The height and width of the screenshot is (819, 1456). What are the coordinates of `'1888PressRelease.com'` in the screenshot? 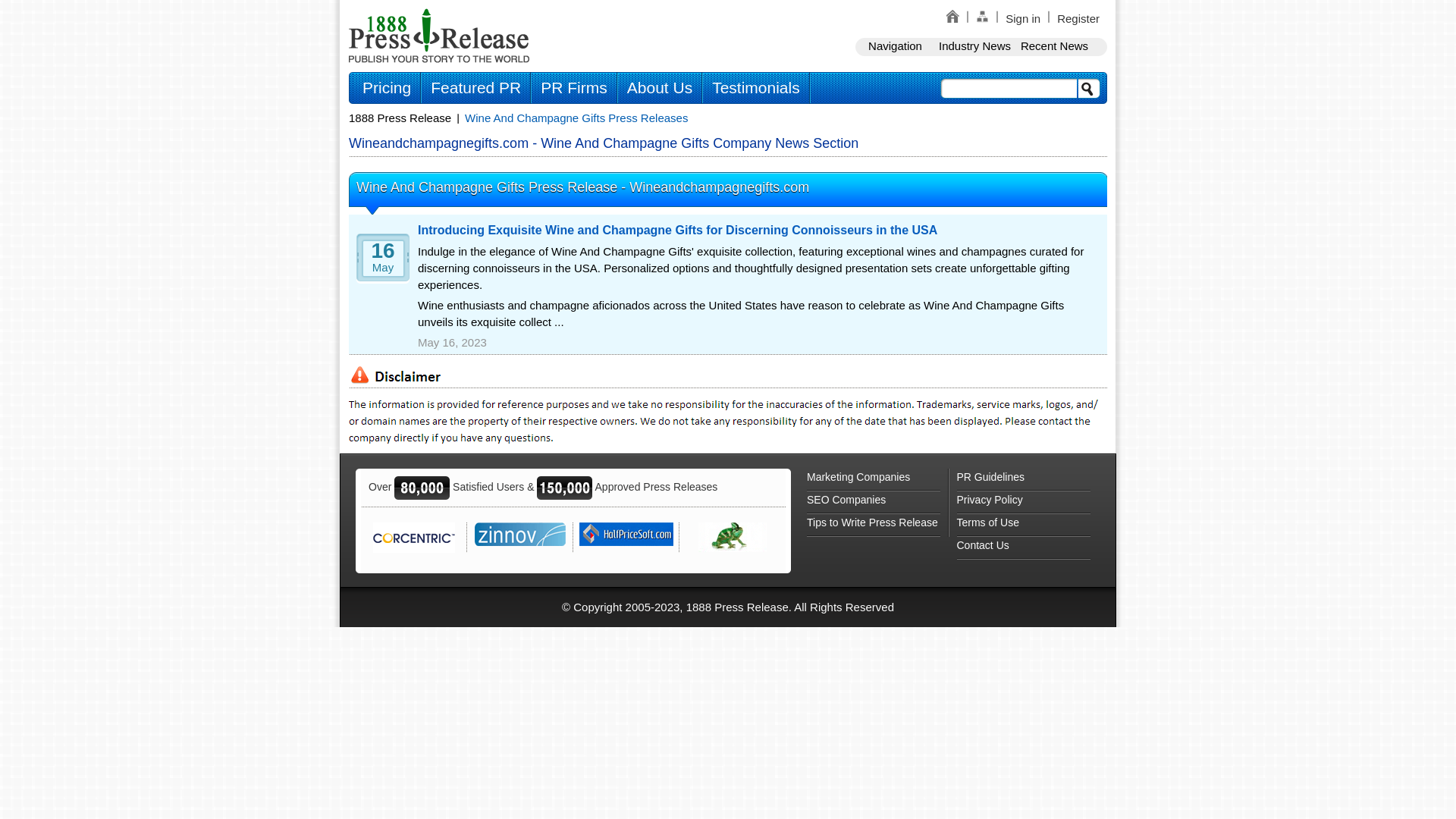 It's located at (438, 34).